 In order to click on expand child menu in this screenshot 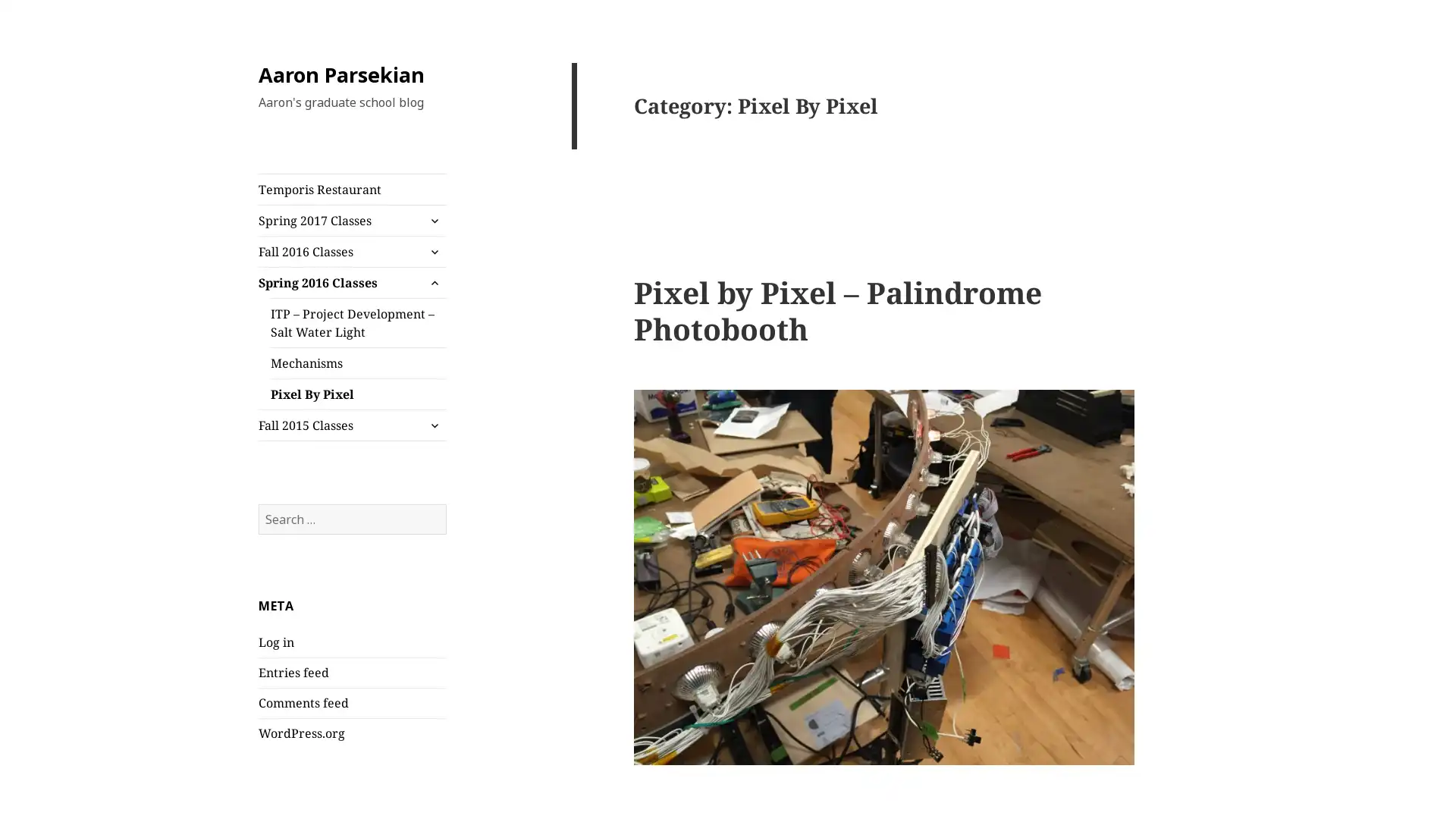, I will do `click(432, 220)`.